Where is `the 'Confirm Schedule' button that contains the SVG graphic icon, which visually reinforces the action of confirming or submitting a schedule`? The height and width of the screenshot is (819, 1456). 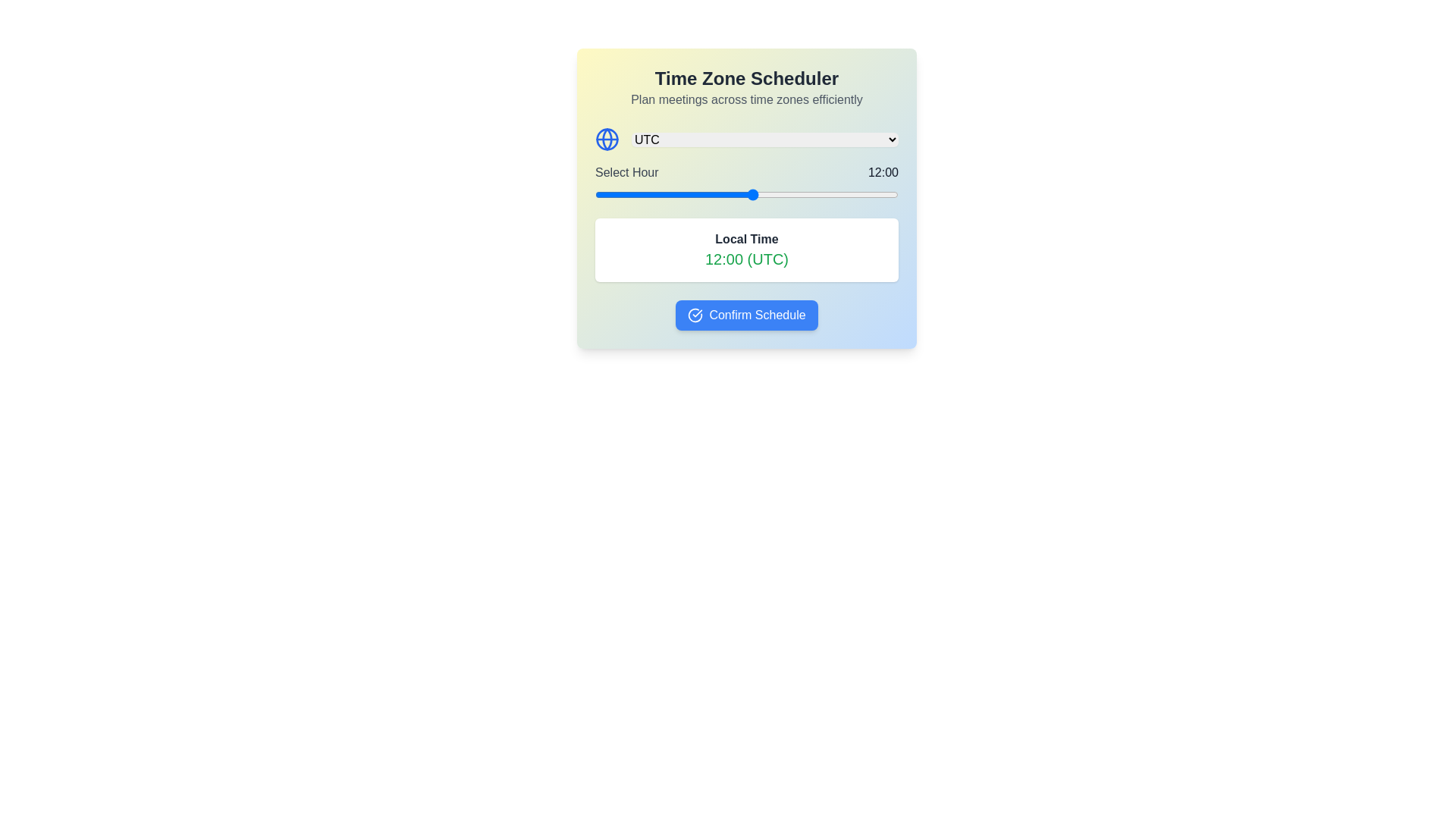 the 'Confirm Schedule' button that contains the SVG graphic icon, which visually reinforces the action of confirming or submitting a schedule is located at coordinates (695, 315).